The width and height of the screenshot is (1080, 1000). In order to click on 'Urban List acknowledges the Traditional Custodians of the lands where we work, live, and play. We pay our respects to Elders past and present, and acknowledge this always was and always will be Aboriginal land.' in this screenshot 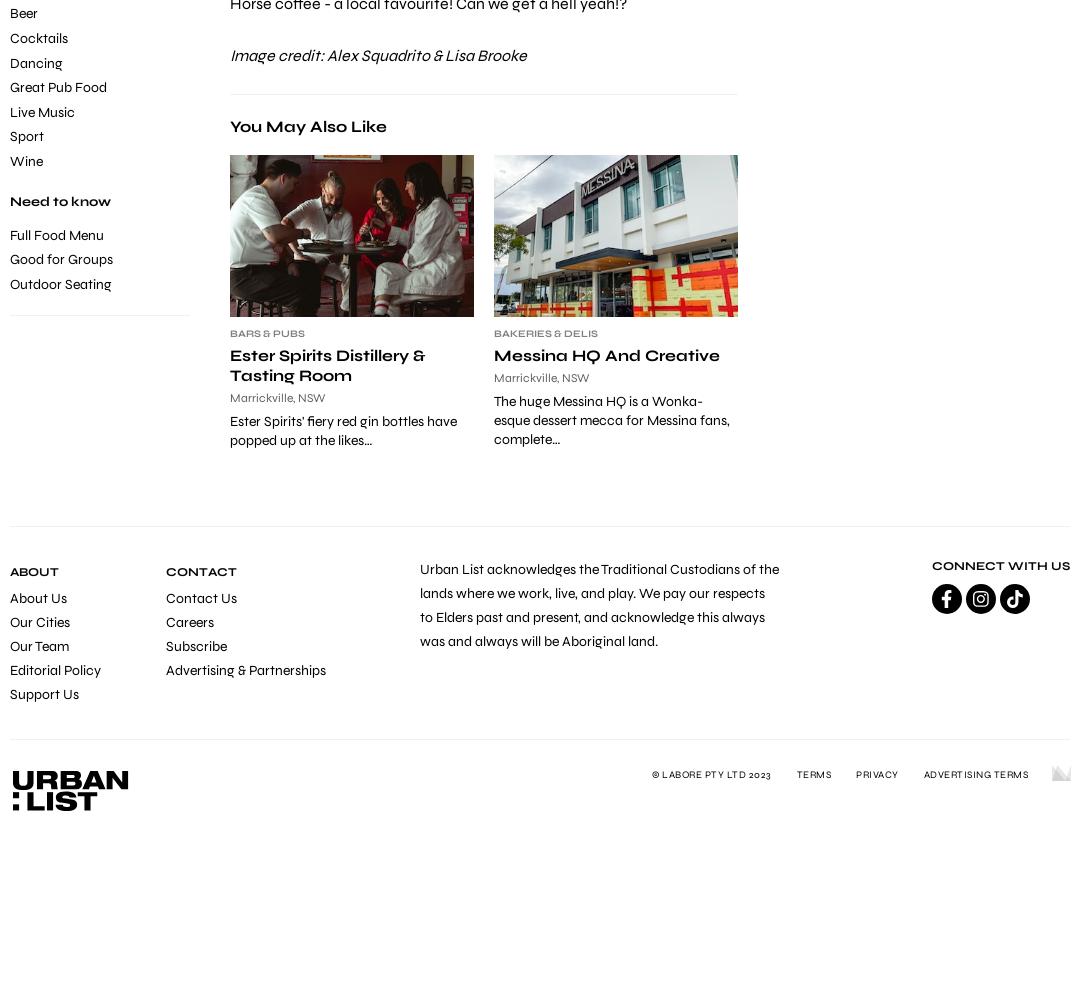, I will do `click(598, 604)`.